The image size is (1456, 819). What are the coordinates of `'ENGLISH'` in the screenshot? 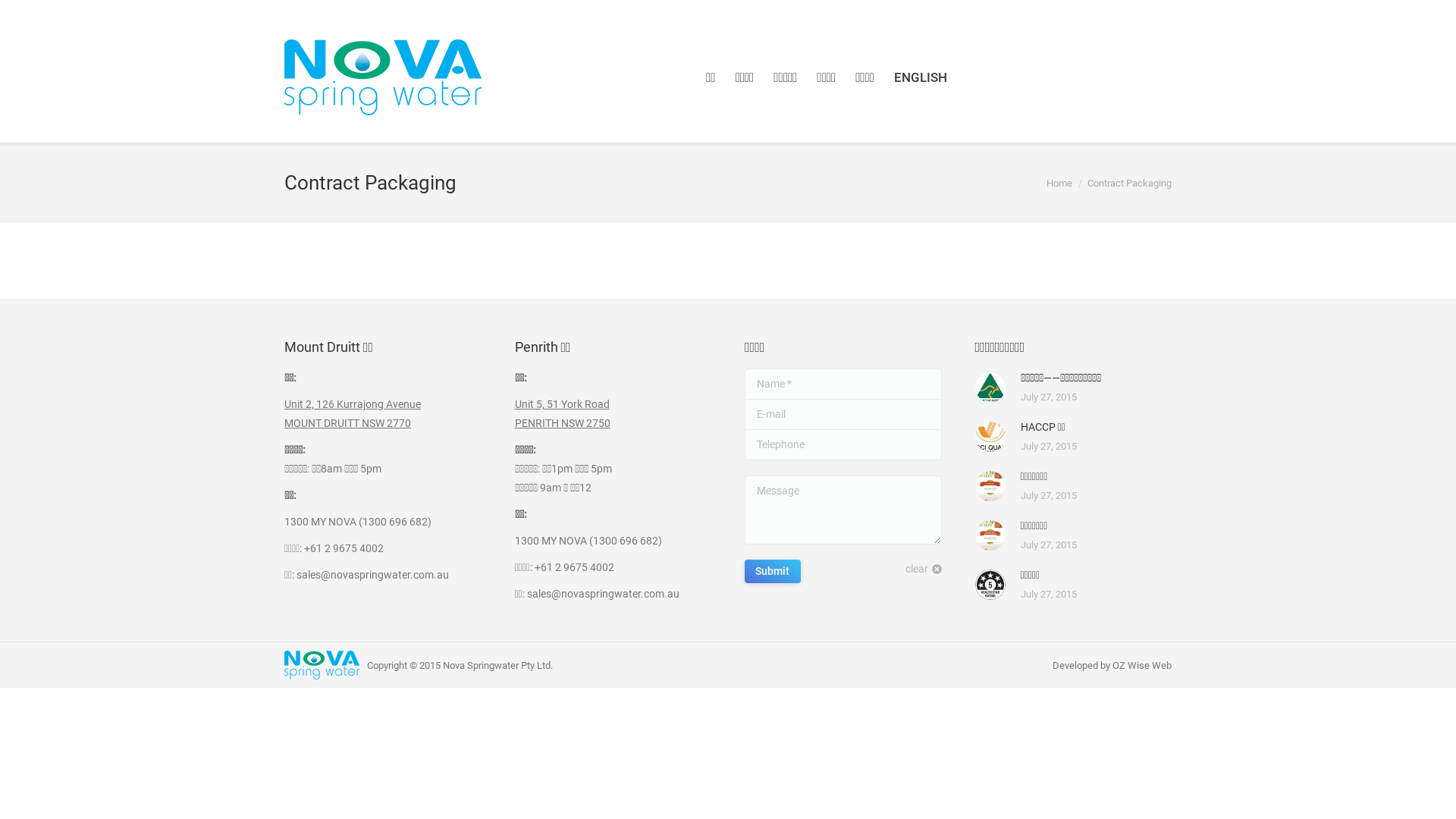 It's located at (920, 77).